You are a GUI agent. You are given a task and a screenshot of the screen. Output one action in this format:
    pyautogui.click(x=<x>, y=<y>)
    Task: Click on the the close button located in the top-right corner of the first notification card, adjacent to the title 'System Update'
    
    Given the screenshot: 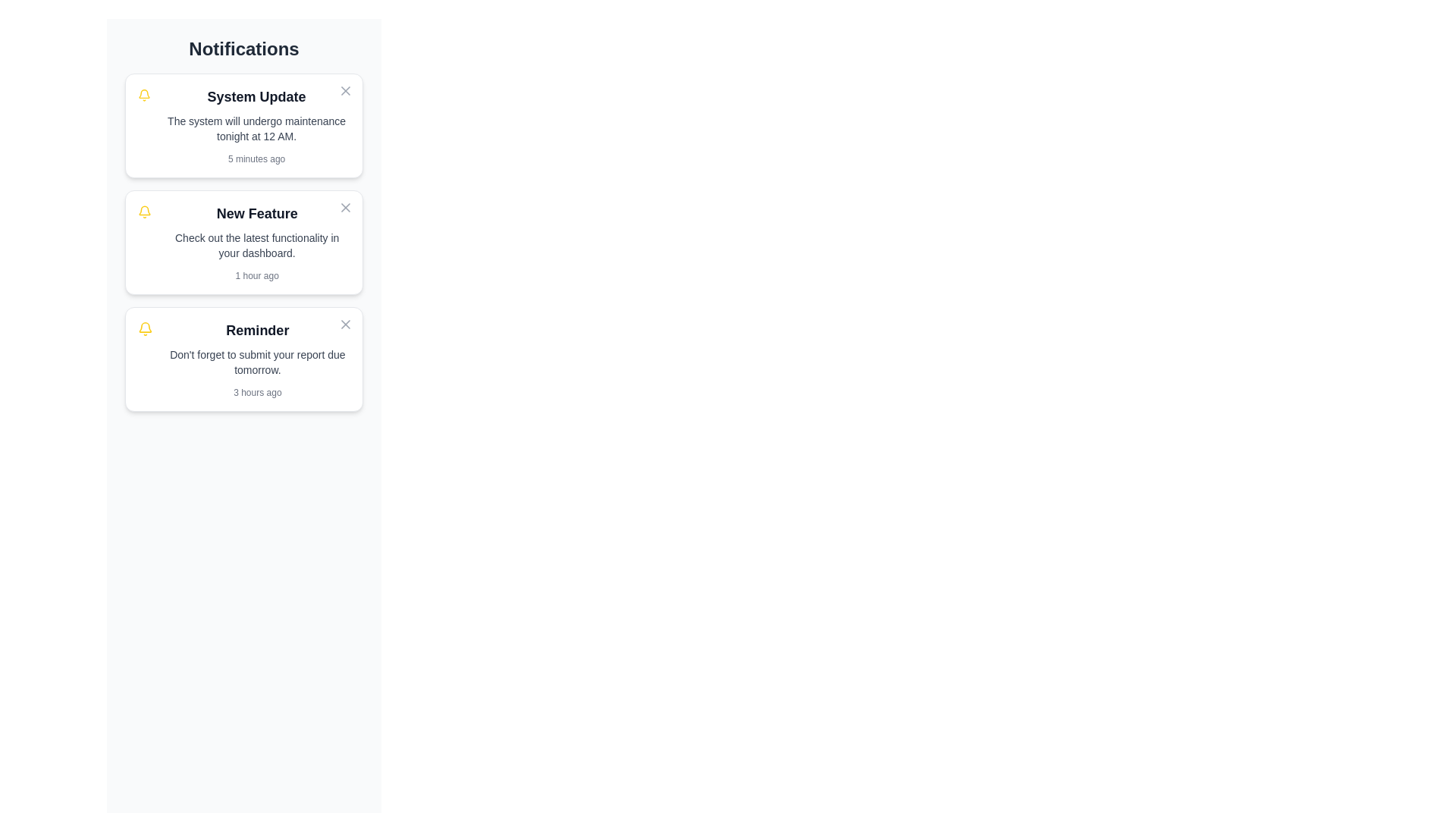 What is the action you would take?
    pyautogui.click(x=345, y=90)
    